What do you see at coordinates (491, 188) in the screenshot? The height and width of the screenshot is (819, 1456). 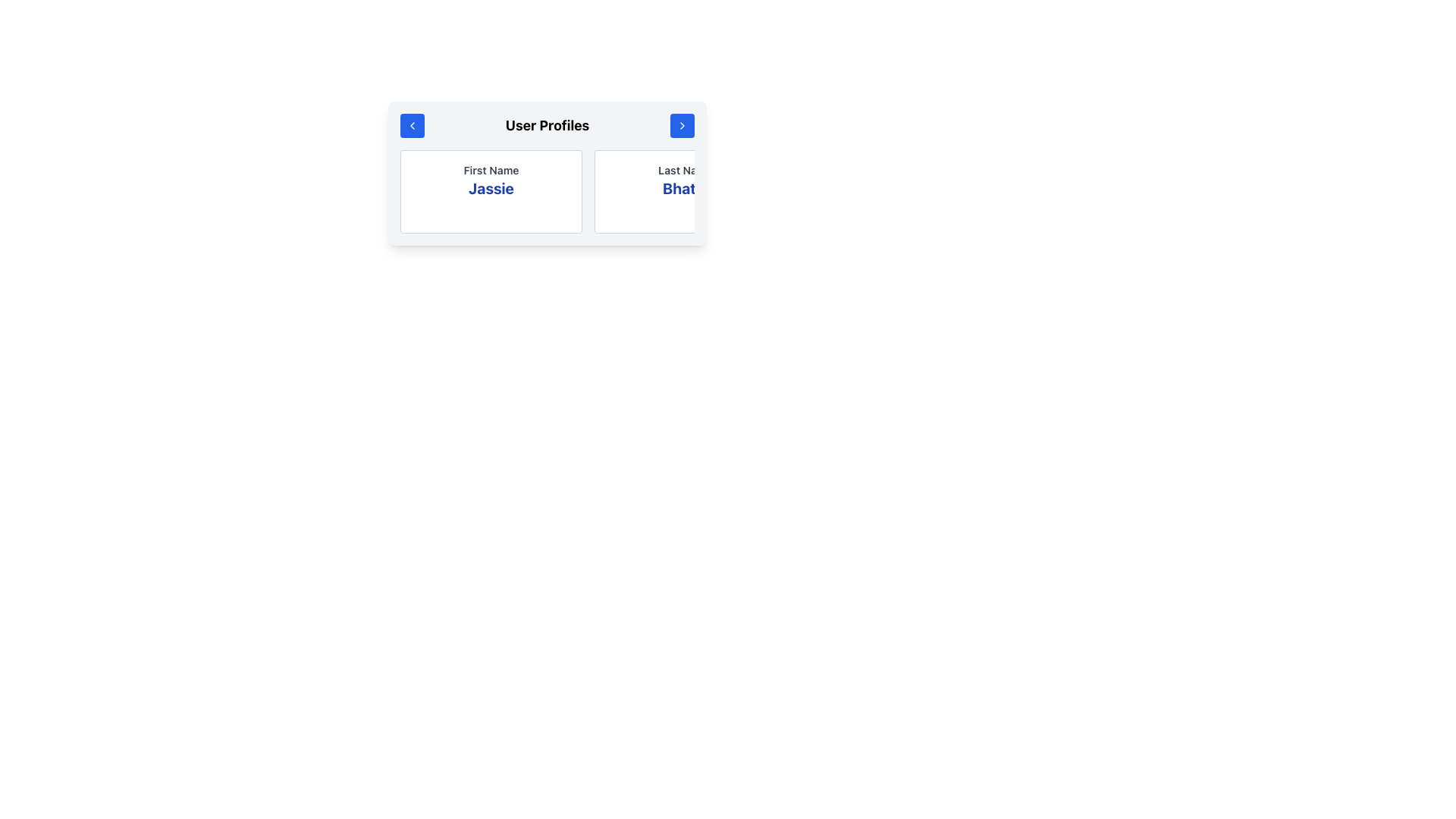 I see `the Text Display element that shows the first name 'Jassie' in the user profile card, located below the 'First Name' label` at bounding box center [491, 188].